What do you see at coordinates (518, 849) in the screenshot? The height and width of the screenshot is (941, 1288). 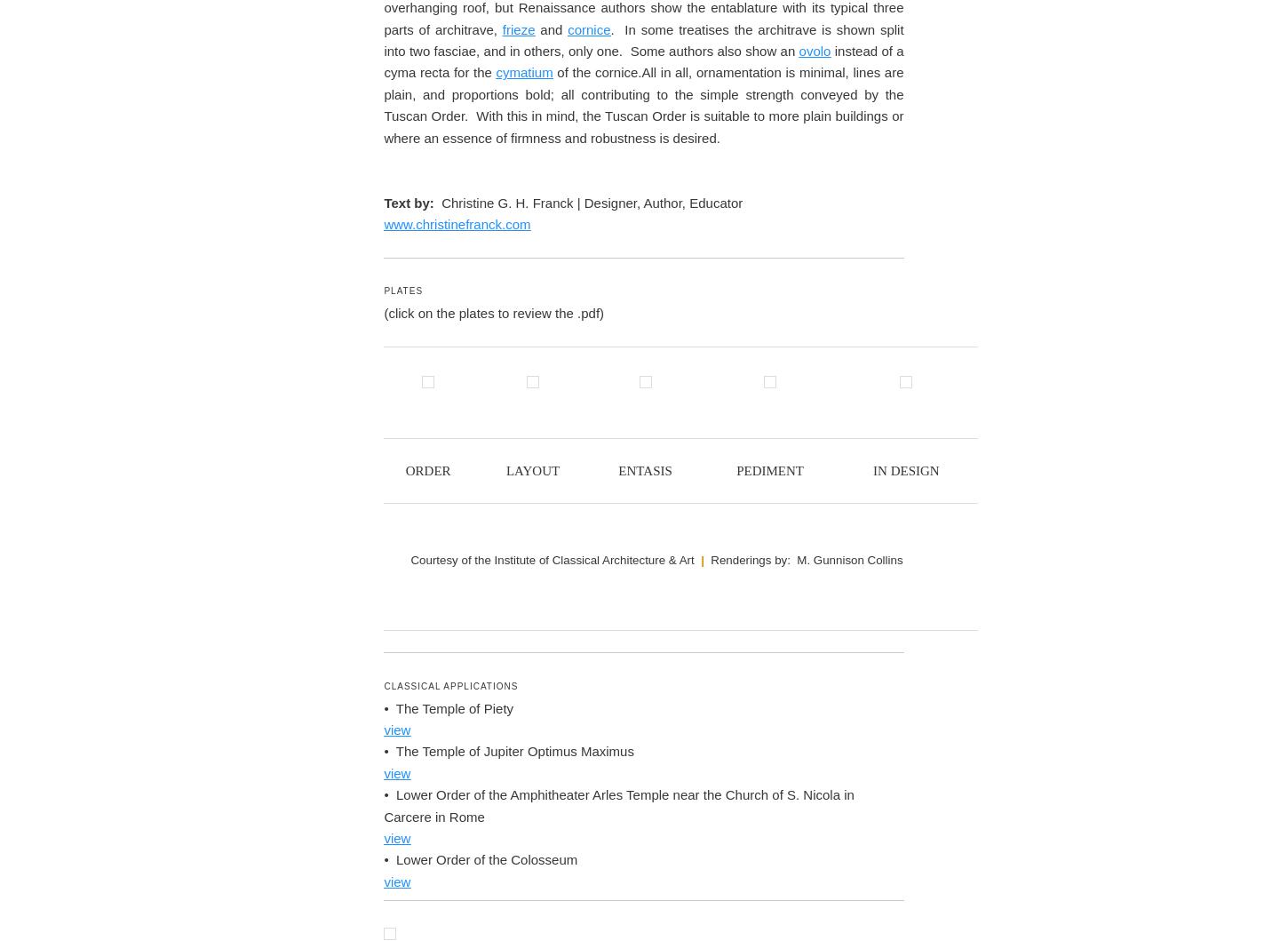 I see `'frieze'` at bounding box center [518, 849].